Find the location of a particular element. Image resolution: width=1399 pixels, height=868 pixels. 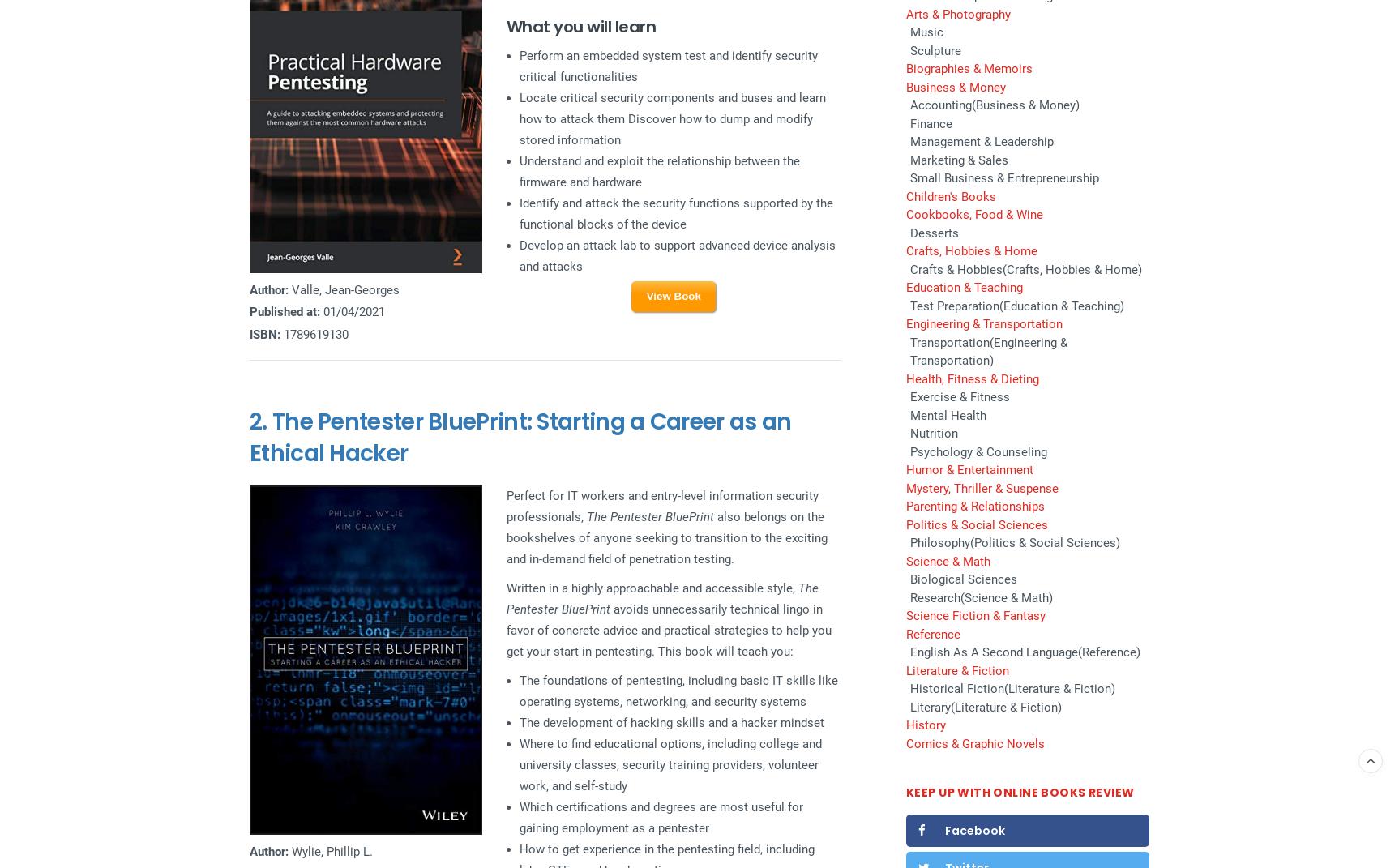

'Crafts, Hobbies & Home' is located at coordinates (905, 250).